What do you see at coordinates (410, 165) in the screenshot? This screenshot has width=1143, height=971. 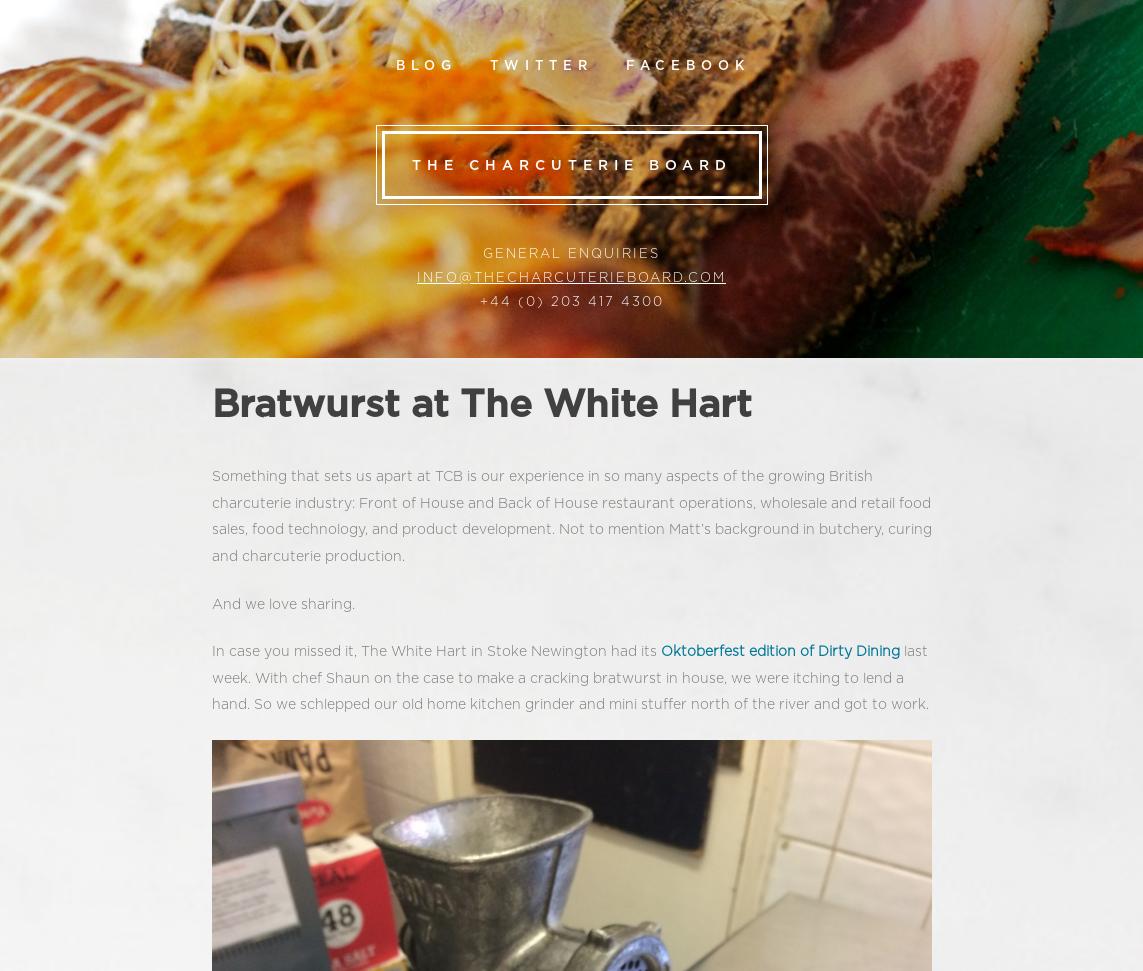 I see `'THE CHARCUTERIE BOARD'` at bounding box center [410, 165].